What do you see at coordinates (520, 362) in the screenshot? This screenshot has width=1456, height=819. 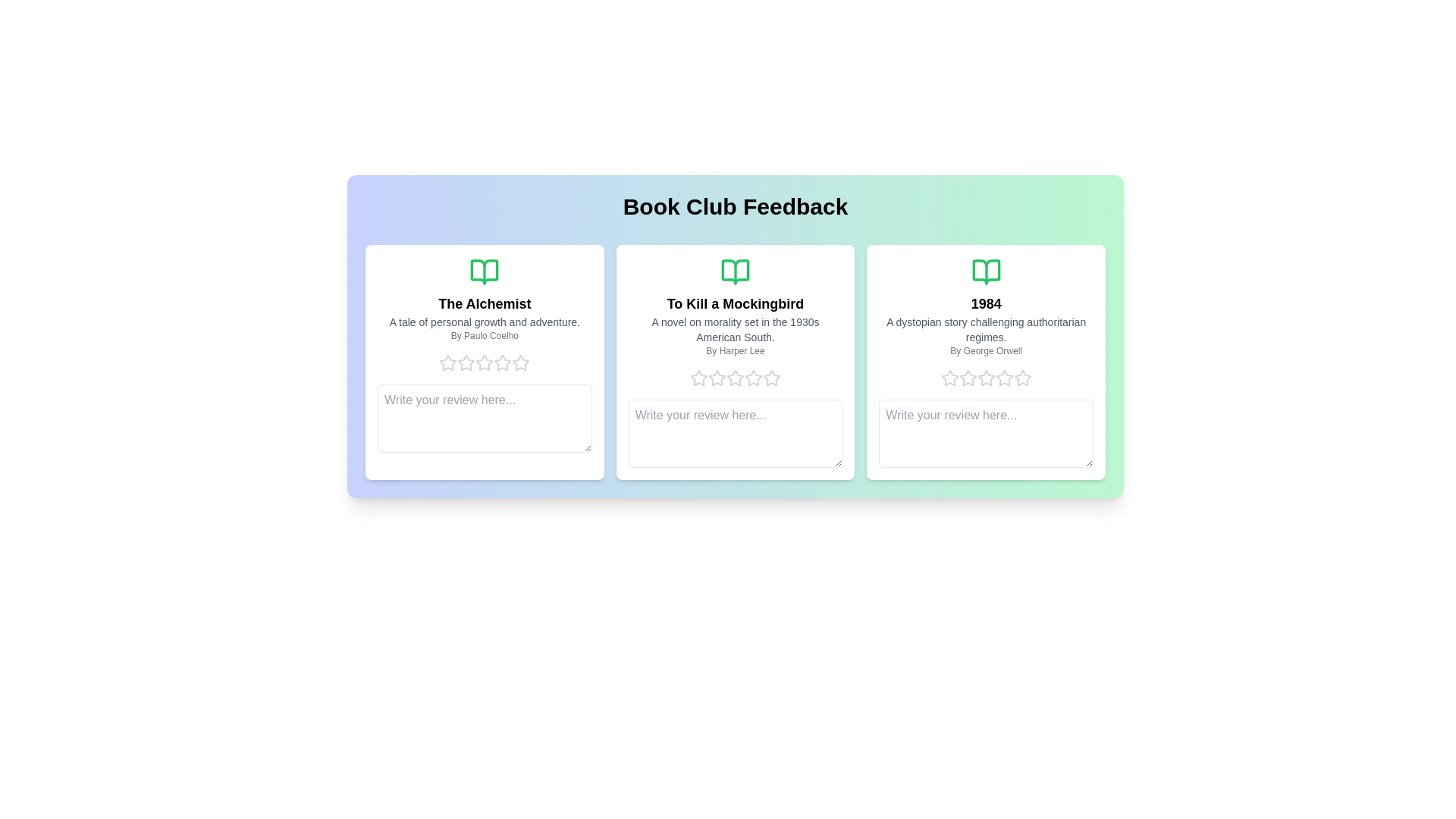 I see `the third star-shaped icon in the star rating component below the title 'The Alchemist' to rate it` at bounding box center [520, 362].